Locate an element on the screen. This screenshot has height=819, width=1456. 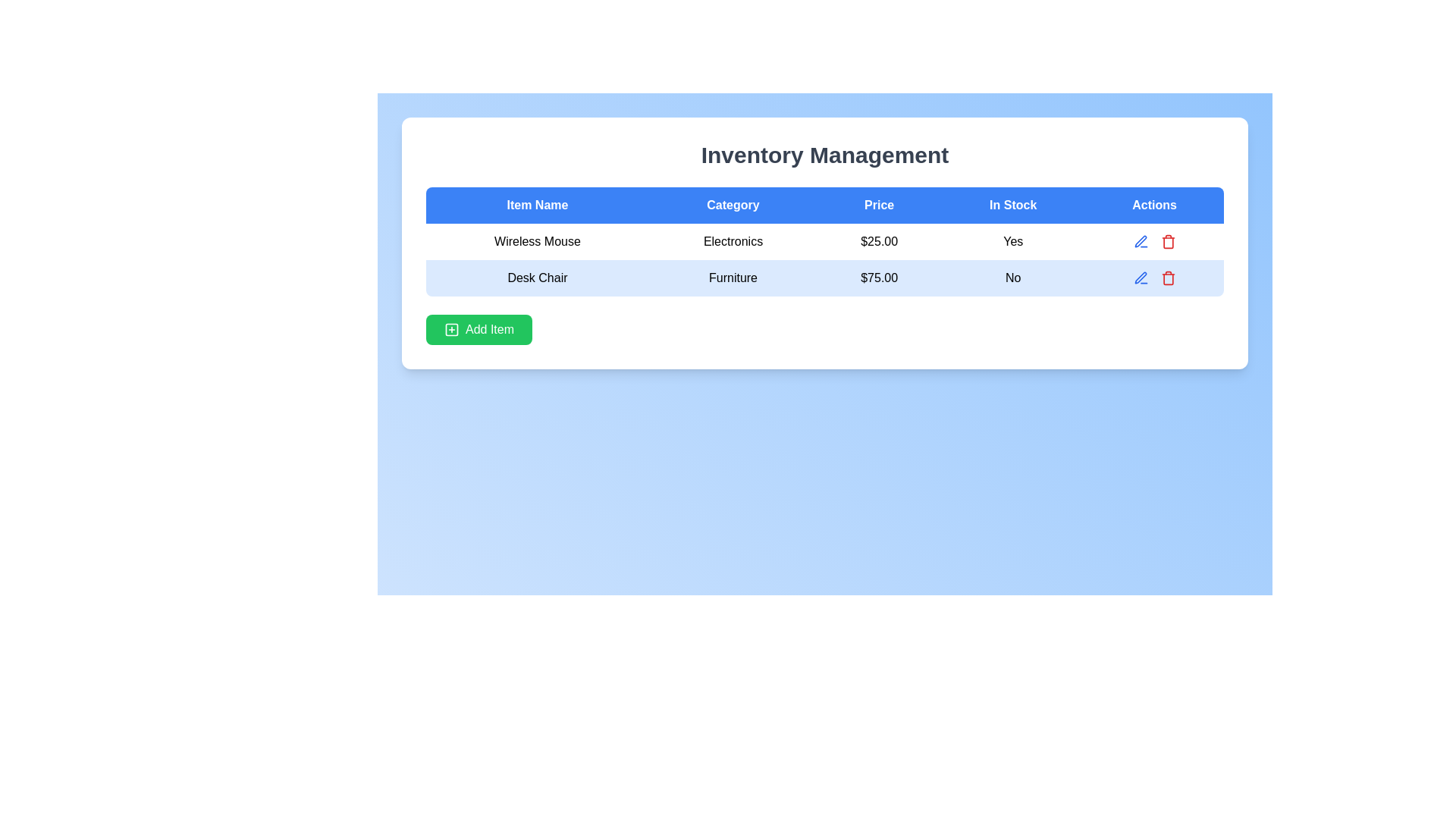
the blue pen icon button located in the 'Actions' column of the second row in the table is located at coordinates (1141, 278).